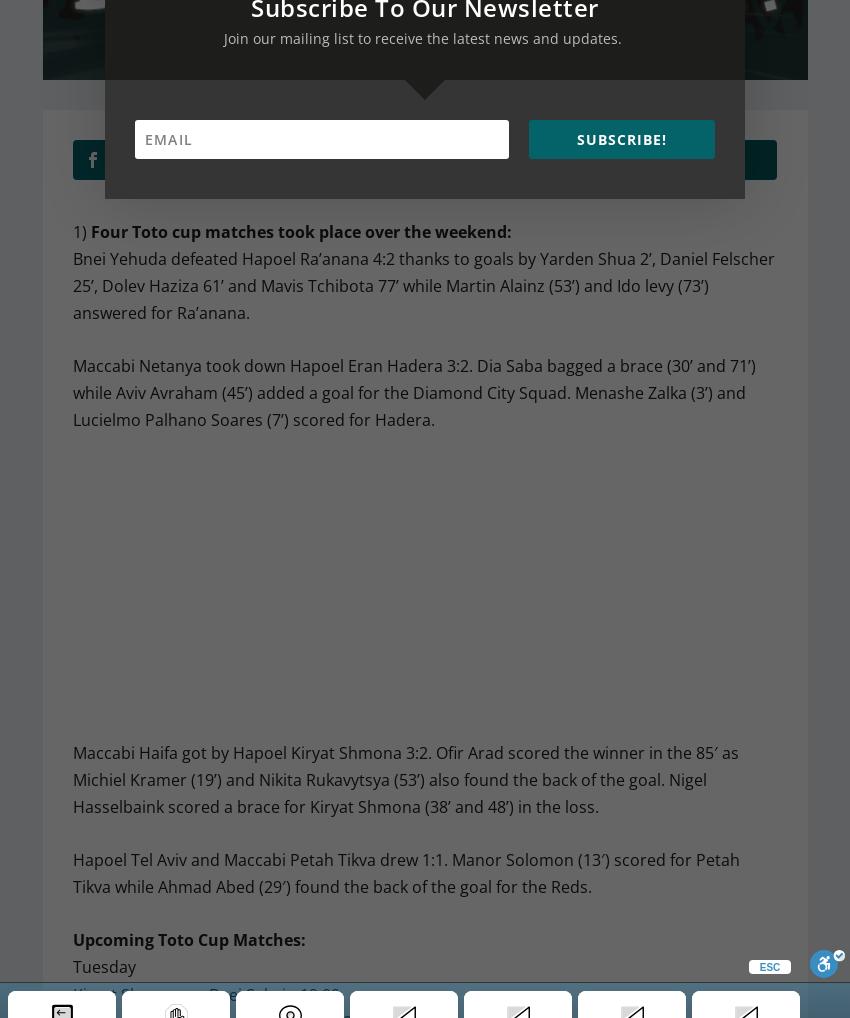 The height and width of the screenshot is (1018, 850). Describe the element at coordinates (102, 965) in the screenshot. I see `'Tuesday'` at that location.